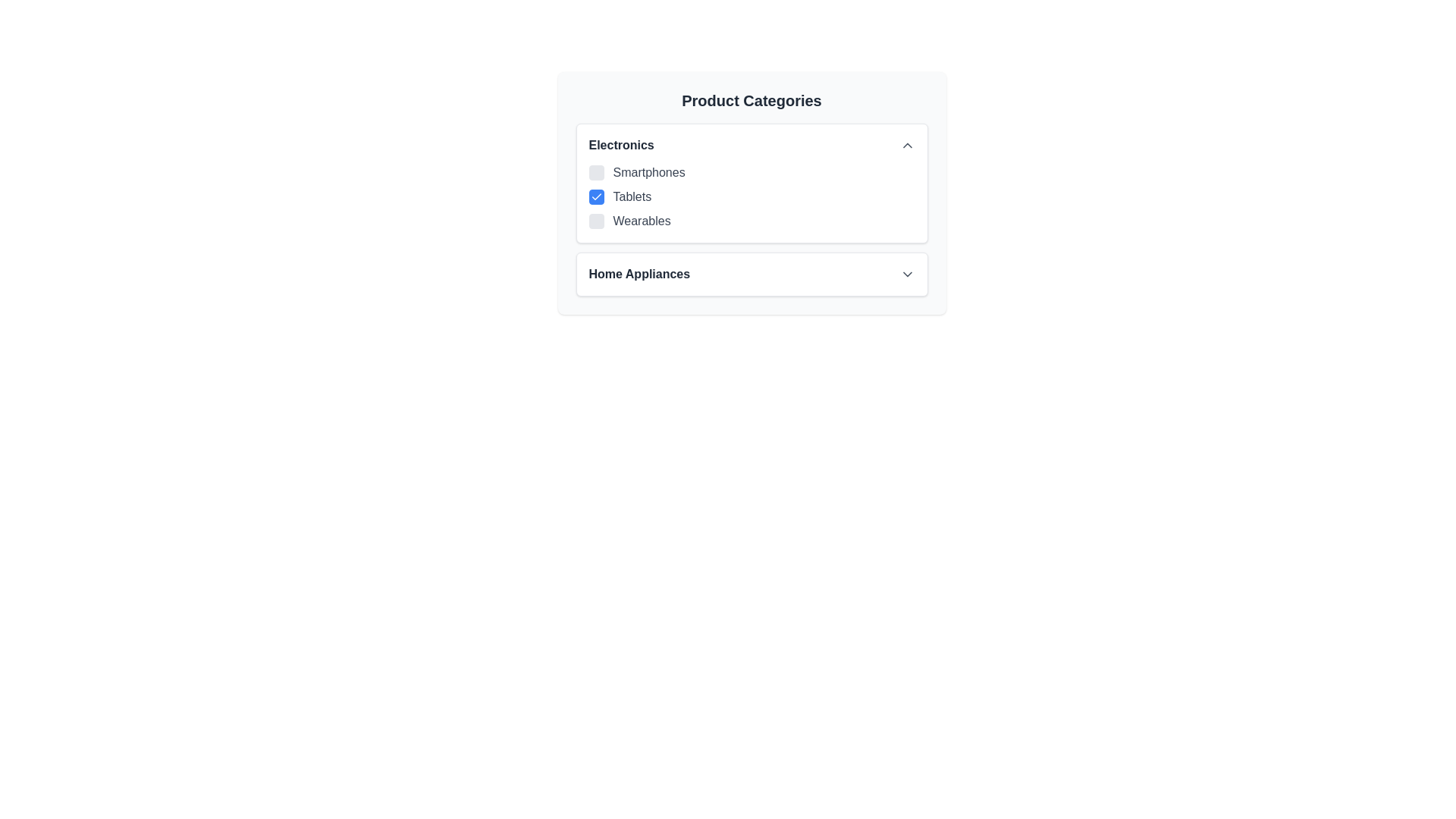 The height and width of the screenshot is (819, 1456). What do you see at coordinates (752, 275) in the screenshot?
I see `the 'Home Appliances' dropdown menu` at bounding box center [752, 275].